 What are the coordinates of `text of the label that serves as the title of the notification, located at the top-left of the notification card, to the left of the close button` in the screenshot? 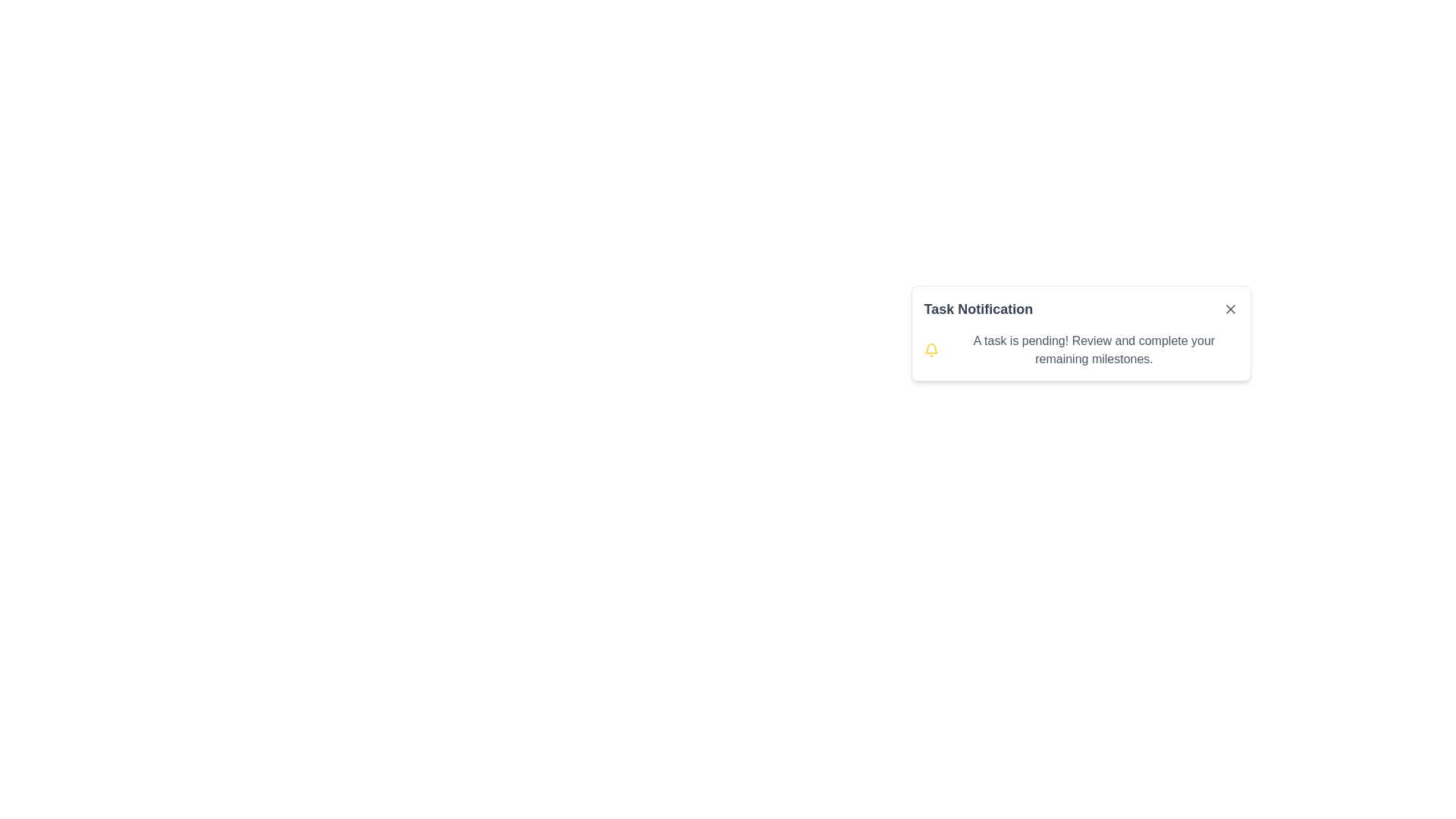 It's located at (978, 309).